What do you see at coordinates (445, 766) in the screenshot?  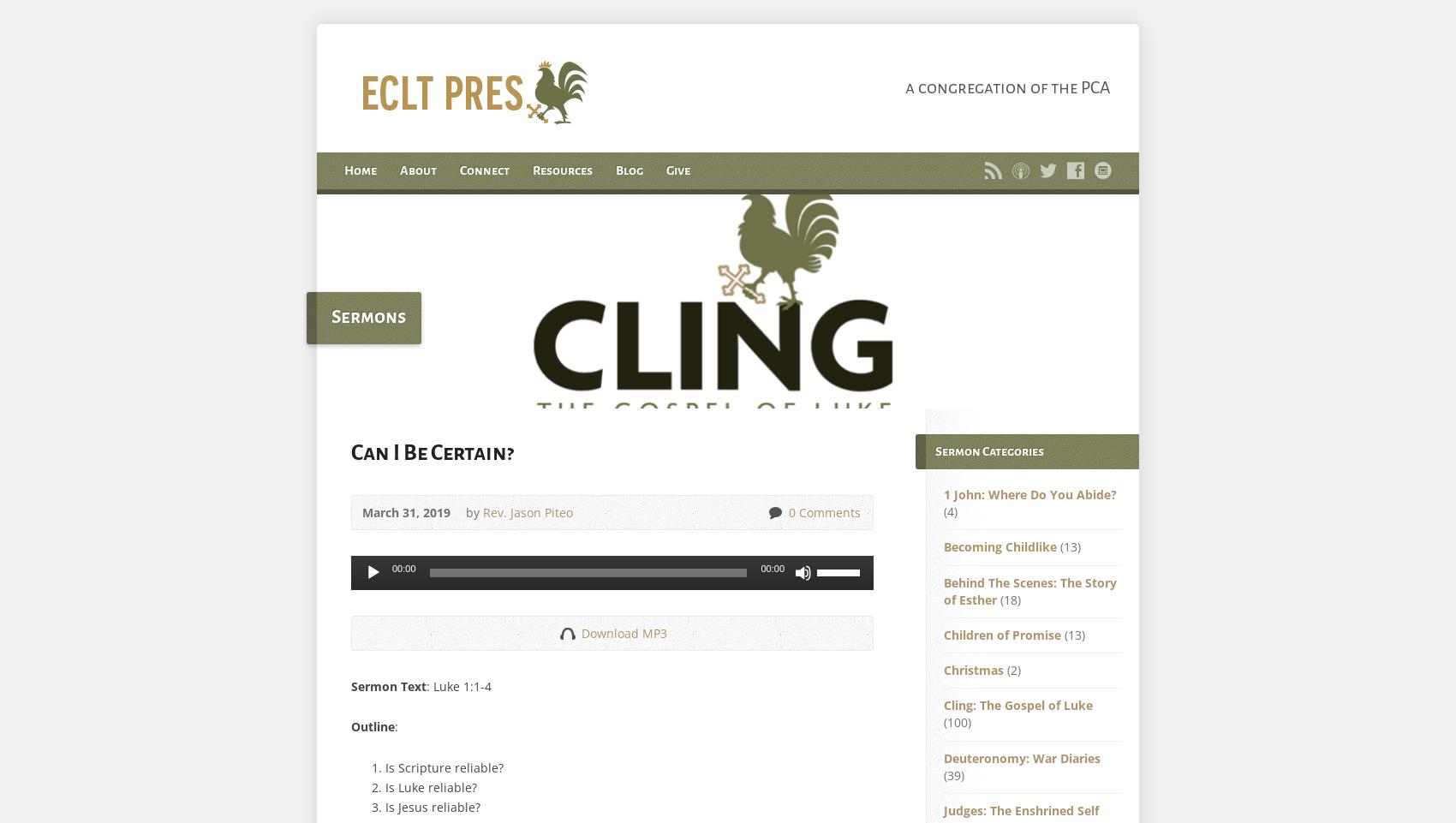 I see `'Is Scripture reliable?'` at bounding box center [445, 766].